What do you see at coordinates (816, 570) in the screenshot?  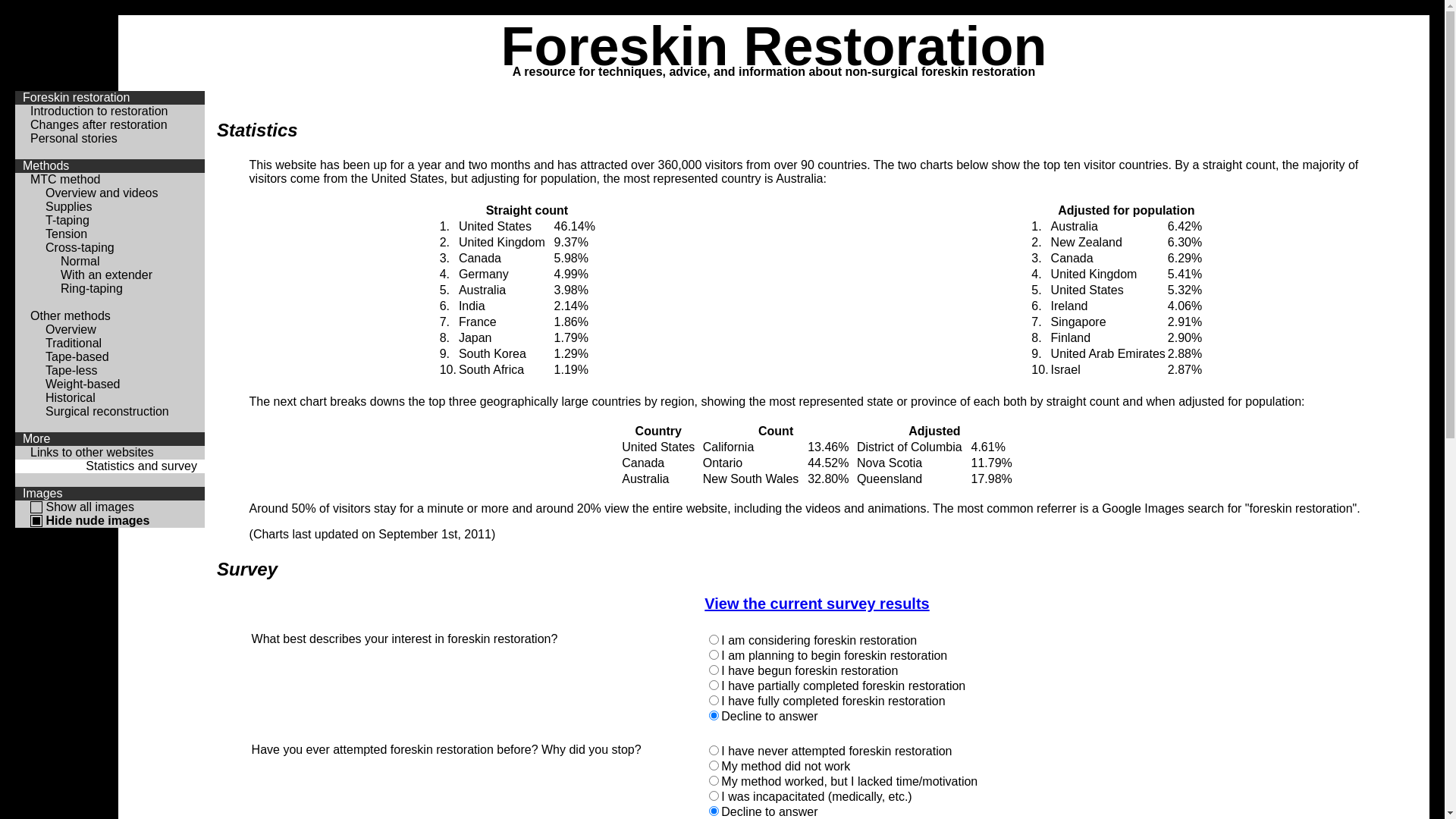 I see `'Survey'` at bounding box center [816, 570].